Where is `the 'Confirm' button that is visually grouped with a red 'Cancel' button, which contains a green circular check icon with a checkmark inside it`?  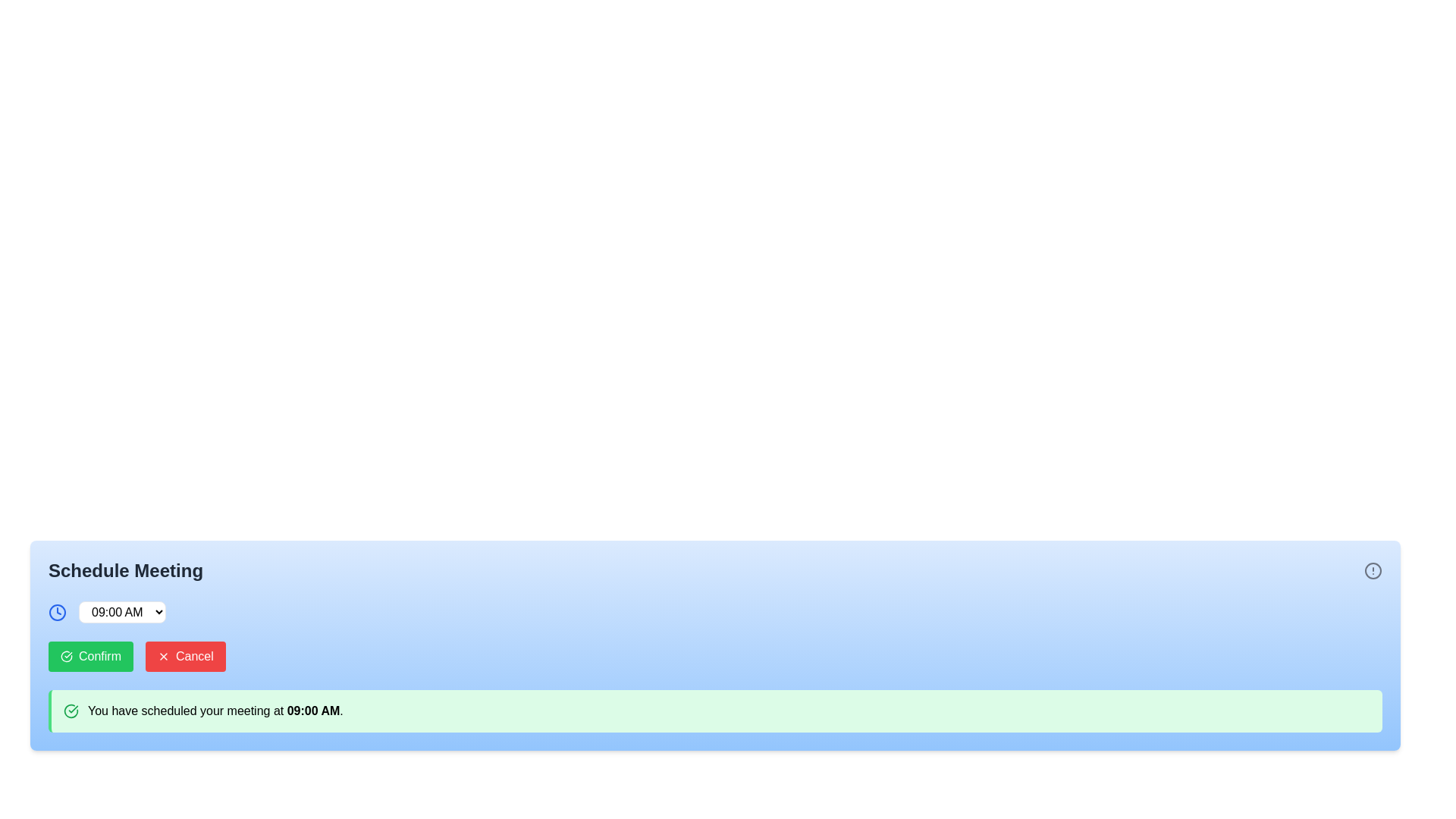
the 'Confirm' button that is visually grouped with a red 'Cancel' button, which contains a green circular check icon with a checkmark inside it is located at coordinates (65, 656).